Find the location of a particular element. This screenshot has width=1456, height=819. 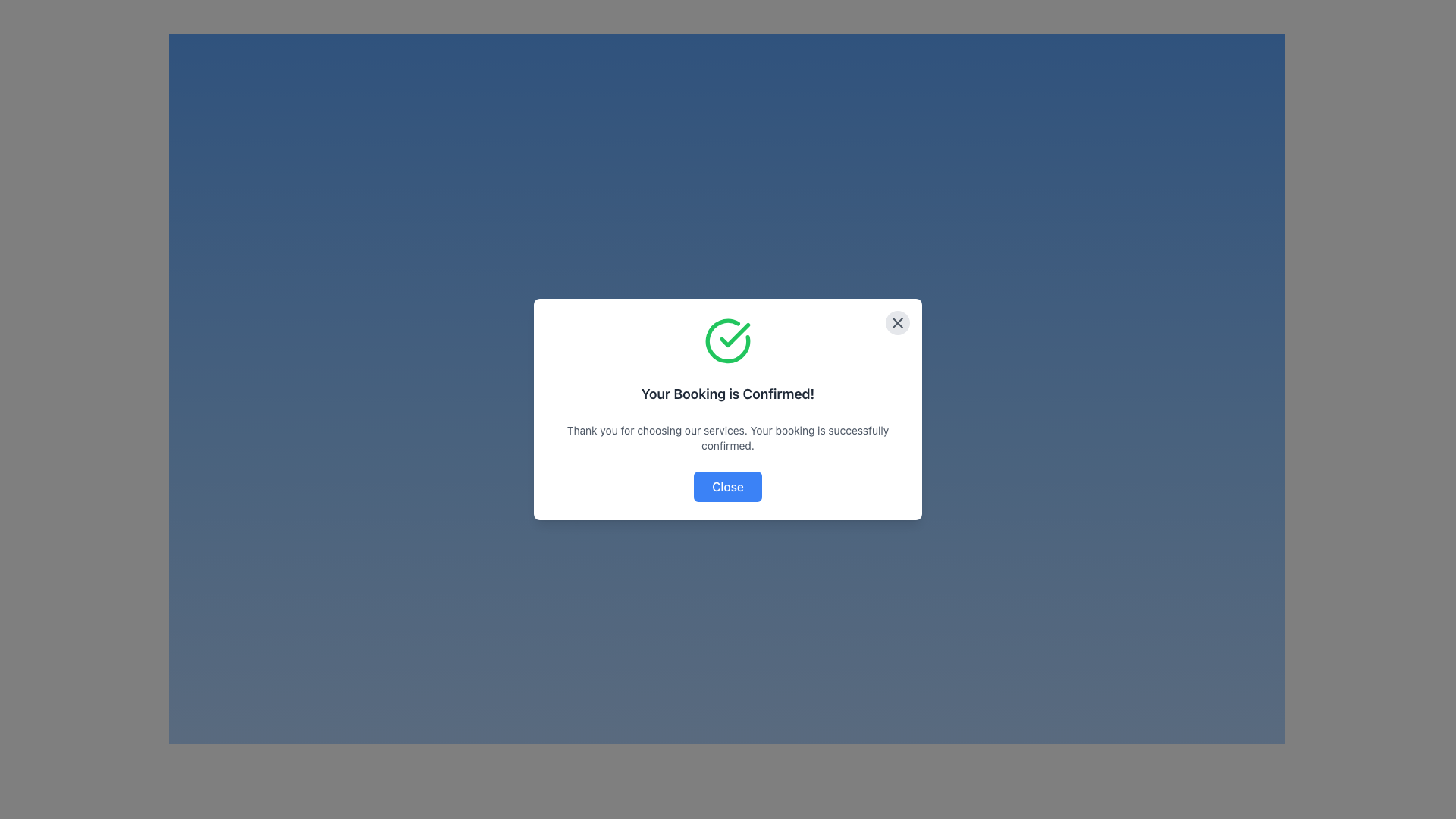

the small circular button with a light gray background and an 'X' icon located at the top-right corner of the modal window to trigger the hover effect is located at coordinates (898, 322).